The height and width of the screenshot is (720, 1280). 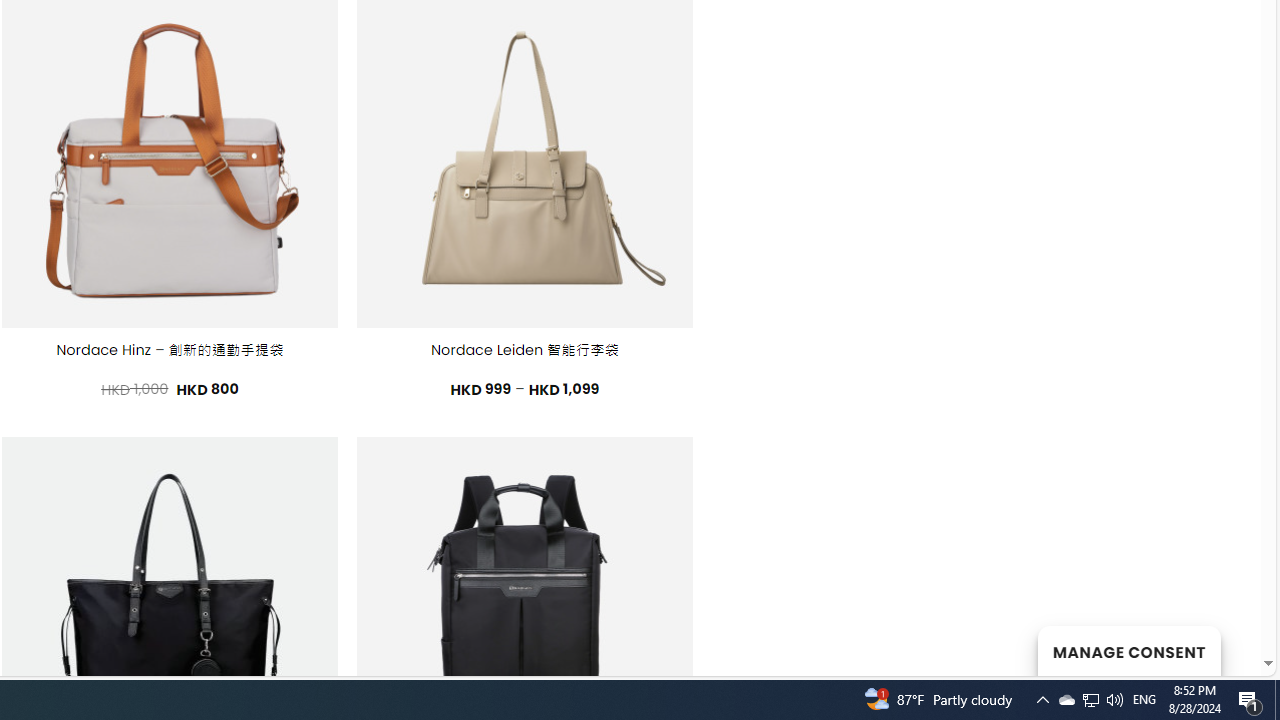 What do you see at coordinates (1128, 650) in the screenshot?
I see `'MANAGE CONSENT'` at bounding box center [1128, 650].